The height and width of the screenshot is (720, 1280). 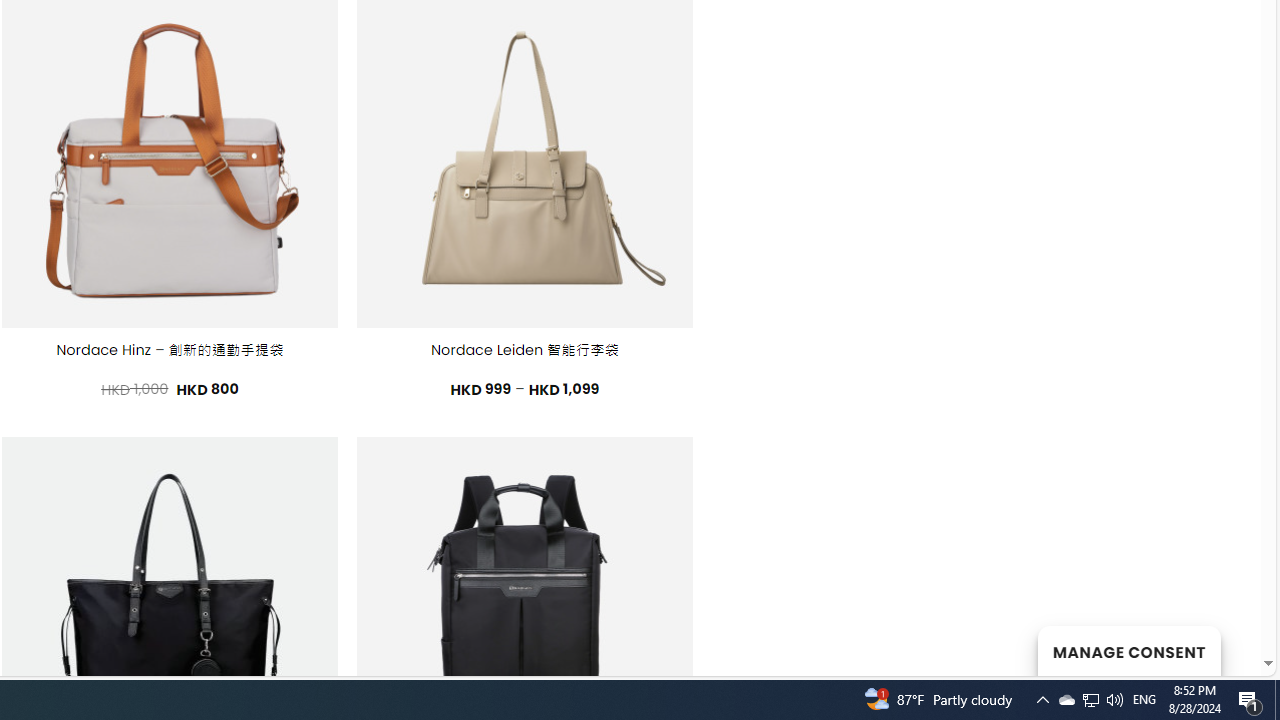 What do you see at coordinates (1128, 650) in the screenshot?
I see `'MANAGE CONSENT'` at bounding box center [1128, 650].